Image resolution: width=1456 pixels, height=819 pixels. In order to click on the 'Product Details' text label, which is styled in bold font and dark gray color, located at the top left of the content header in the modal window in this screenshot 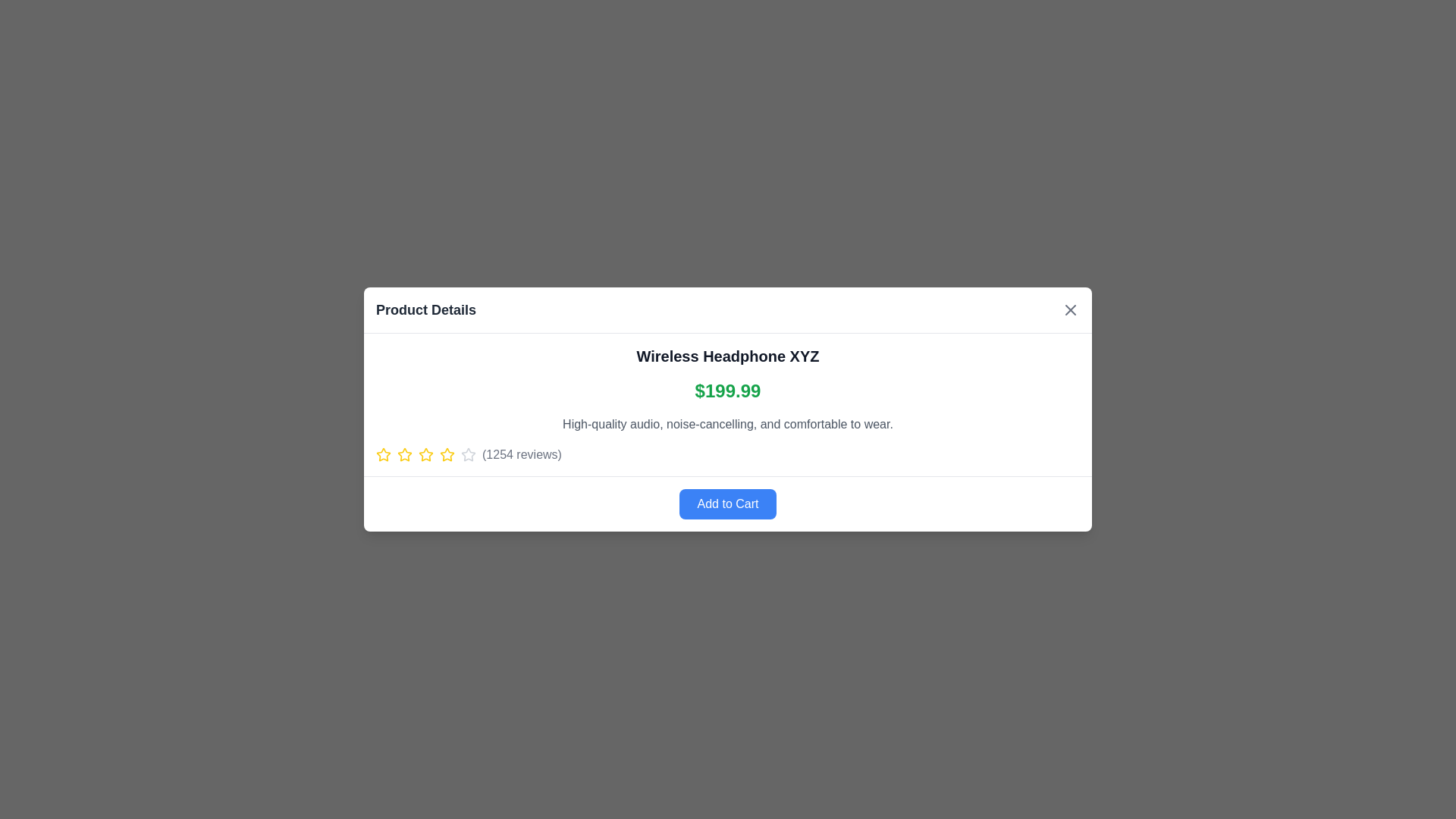, I will do `click(425, 309)`.